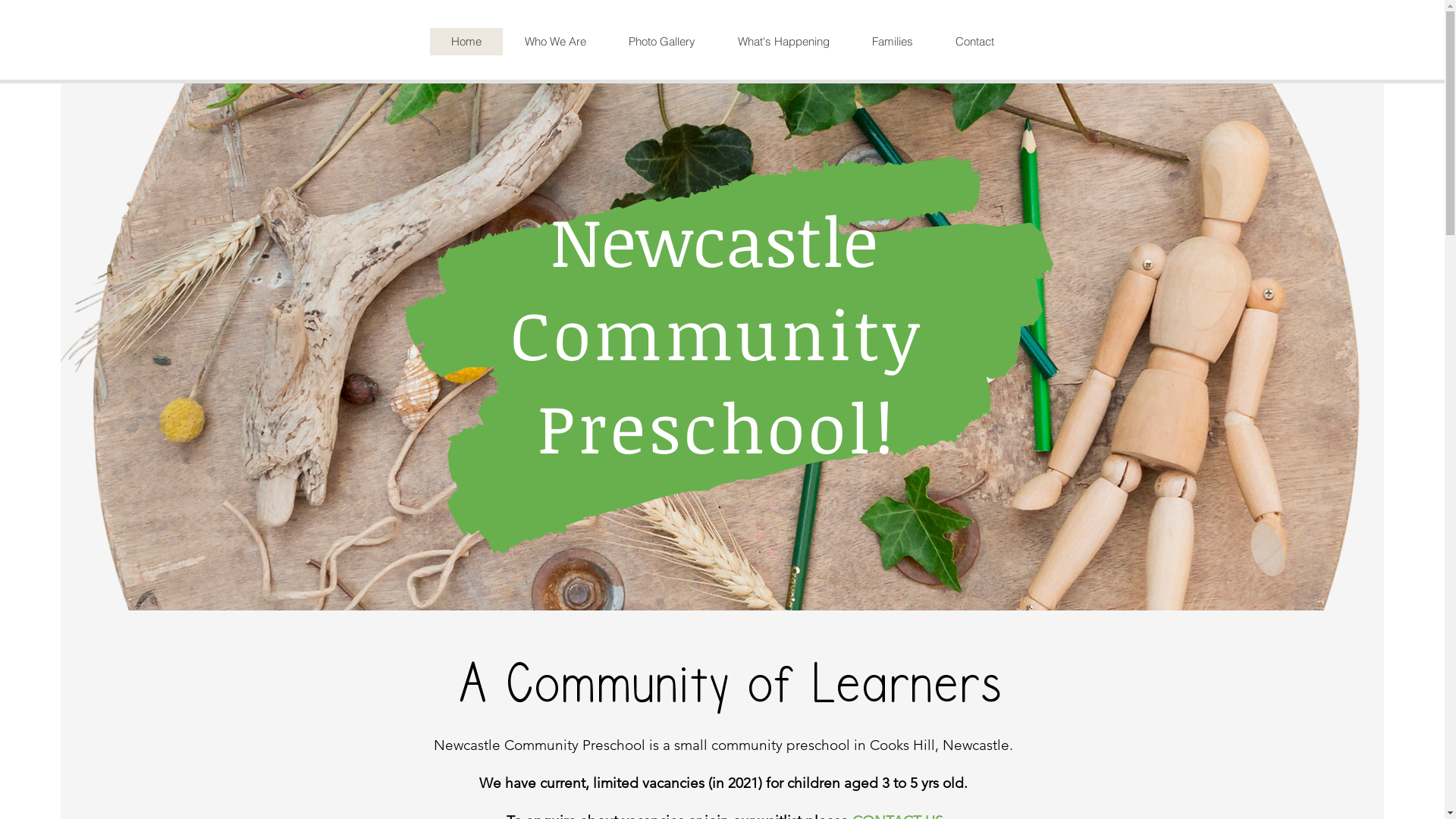 Image resolution: width=1456 pixels, height=819 pixels. I want to click on 'Contact', so click(974, 40).